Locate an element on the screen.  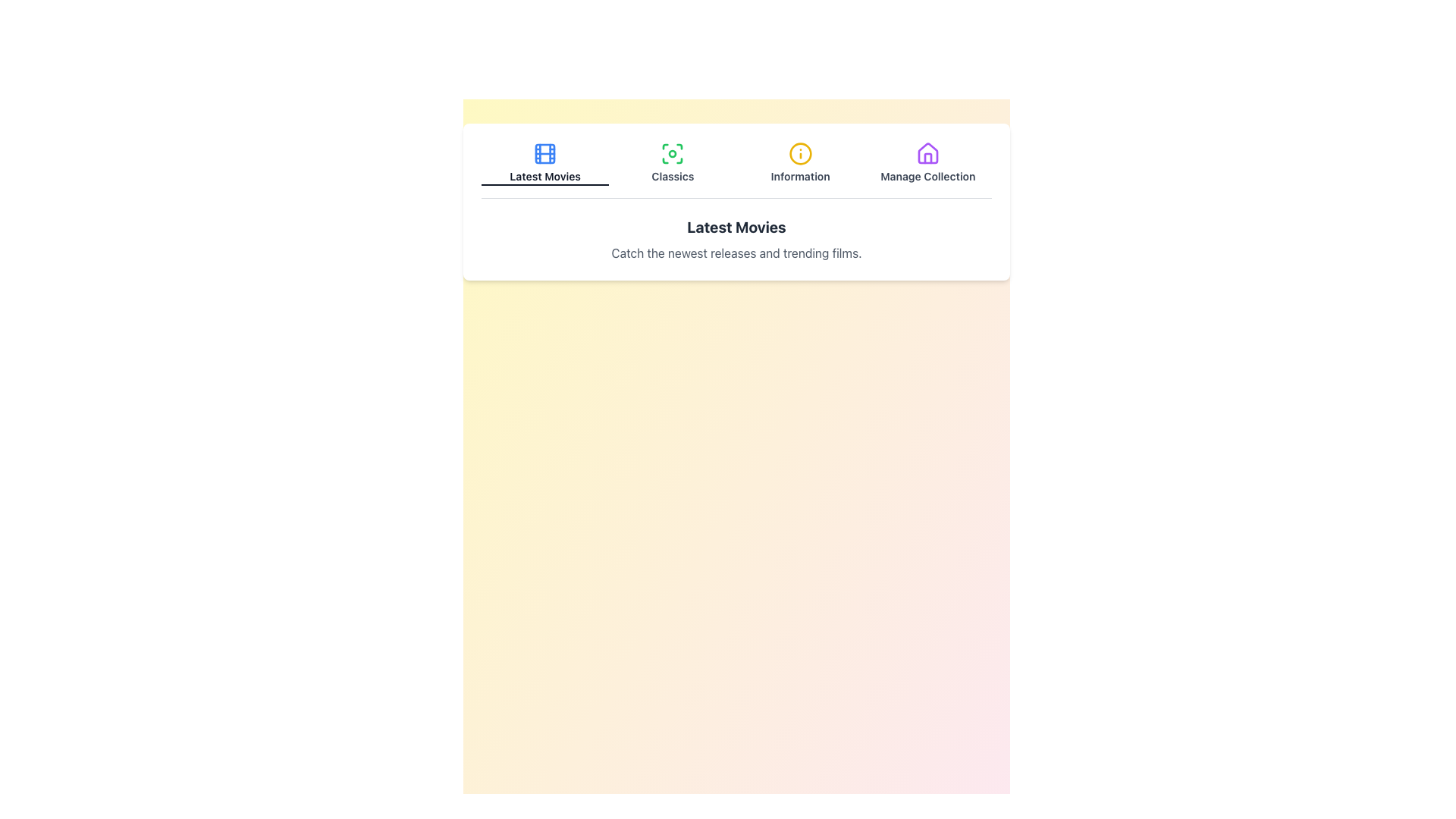
the 'Information' button, which is the third button in a horizontal navigation bar with a yellow 'i' icon and bold dark gray text, to trigger a visual change is located at coordinates (799, 164).